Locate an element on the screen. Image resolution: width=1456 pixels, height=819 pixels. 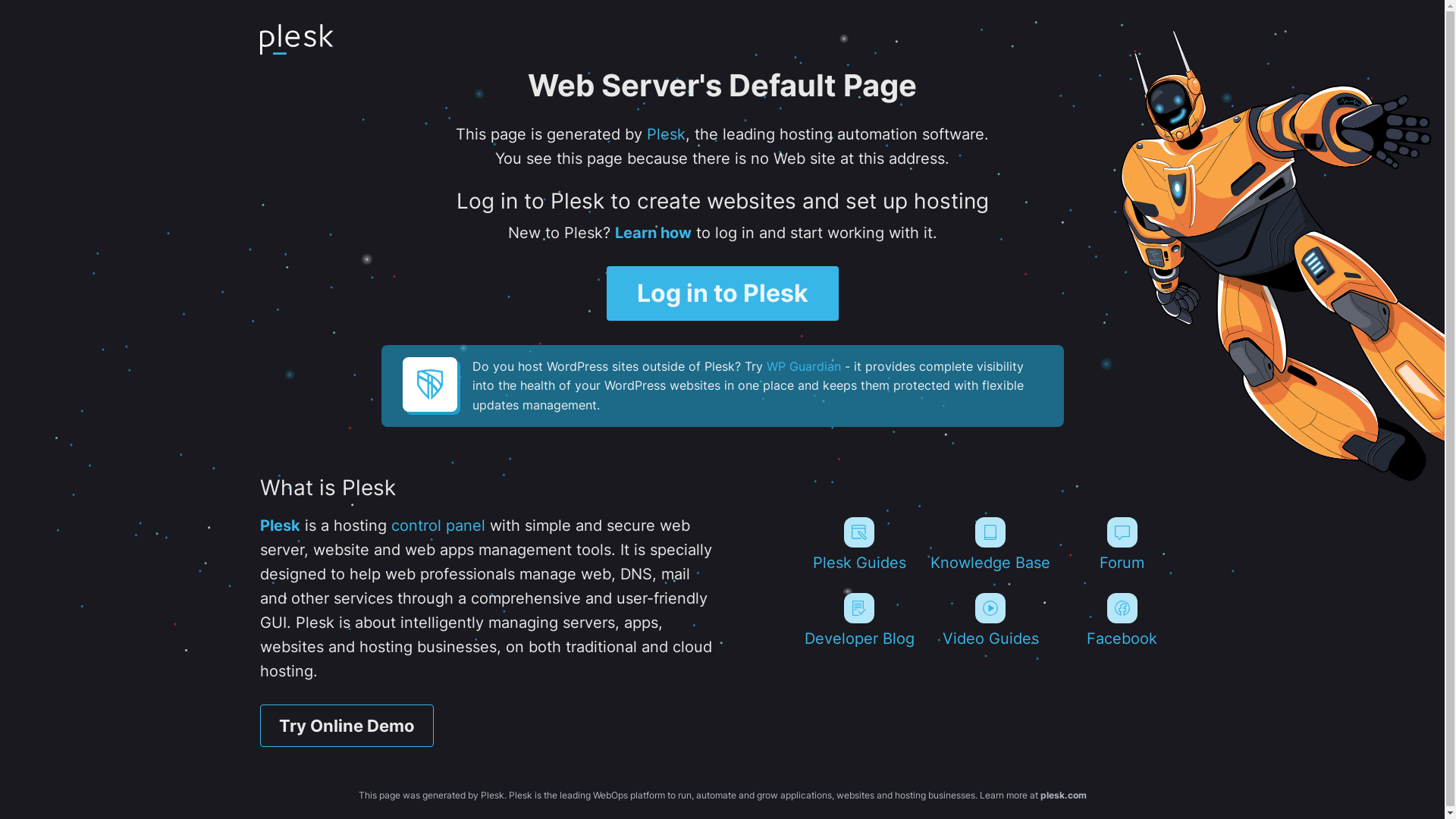
'Developer Blog' is located at coordinates (795, 620).